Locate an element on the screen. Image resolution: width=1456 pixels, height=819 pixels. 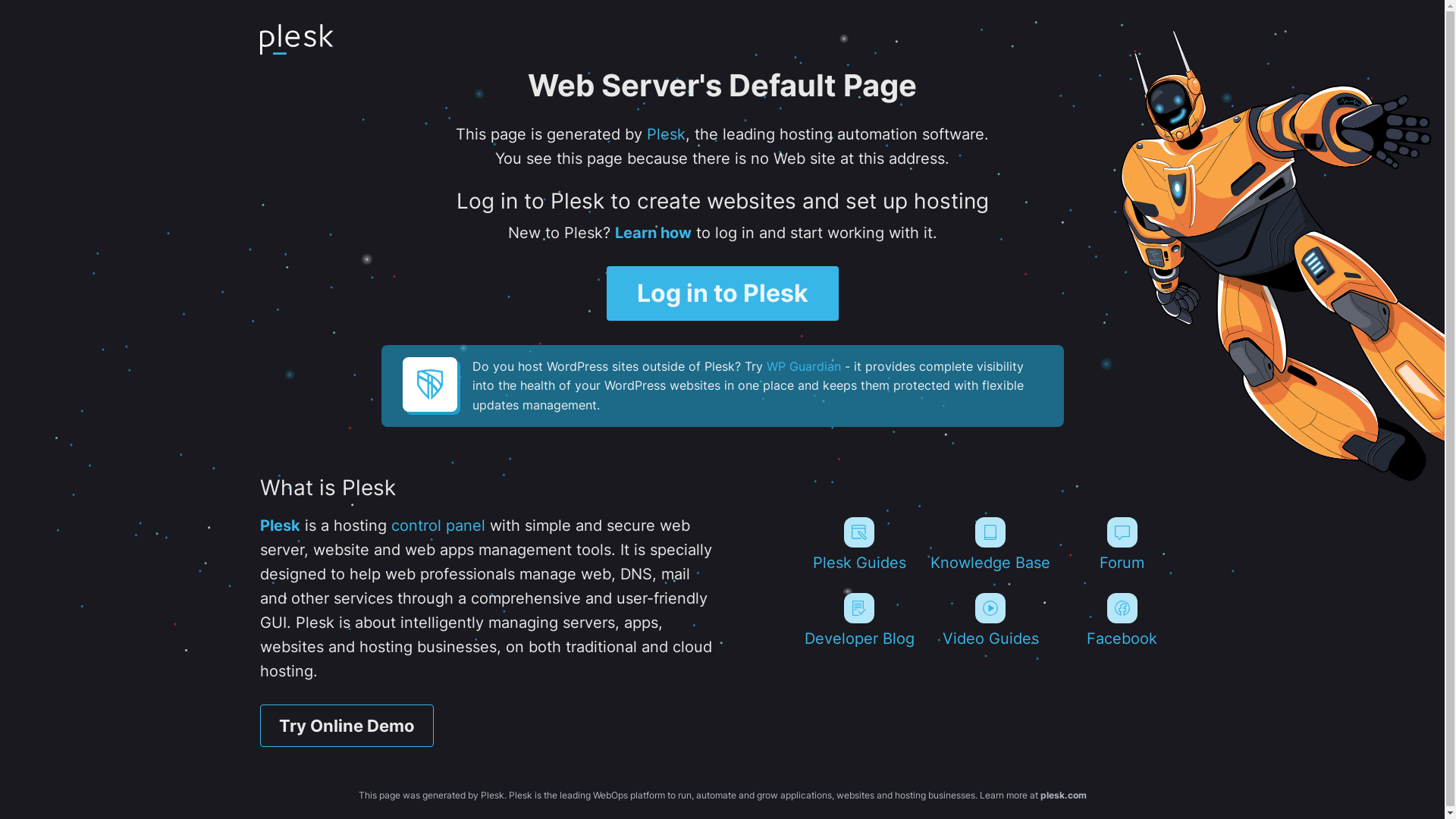
'Developer Blog' is located at coordinates (795, 620).